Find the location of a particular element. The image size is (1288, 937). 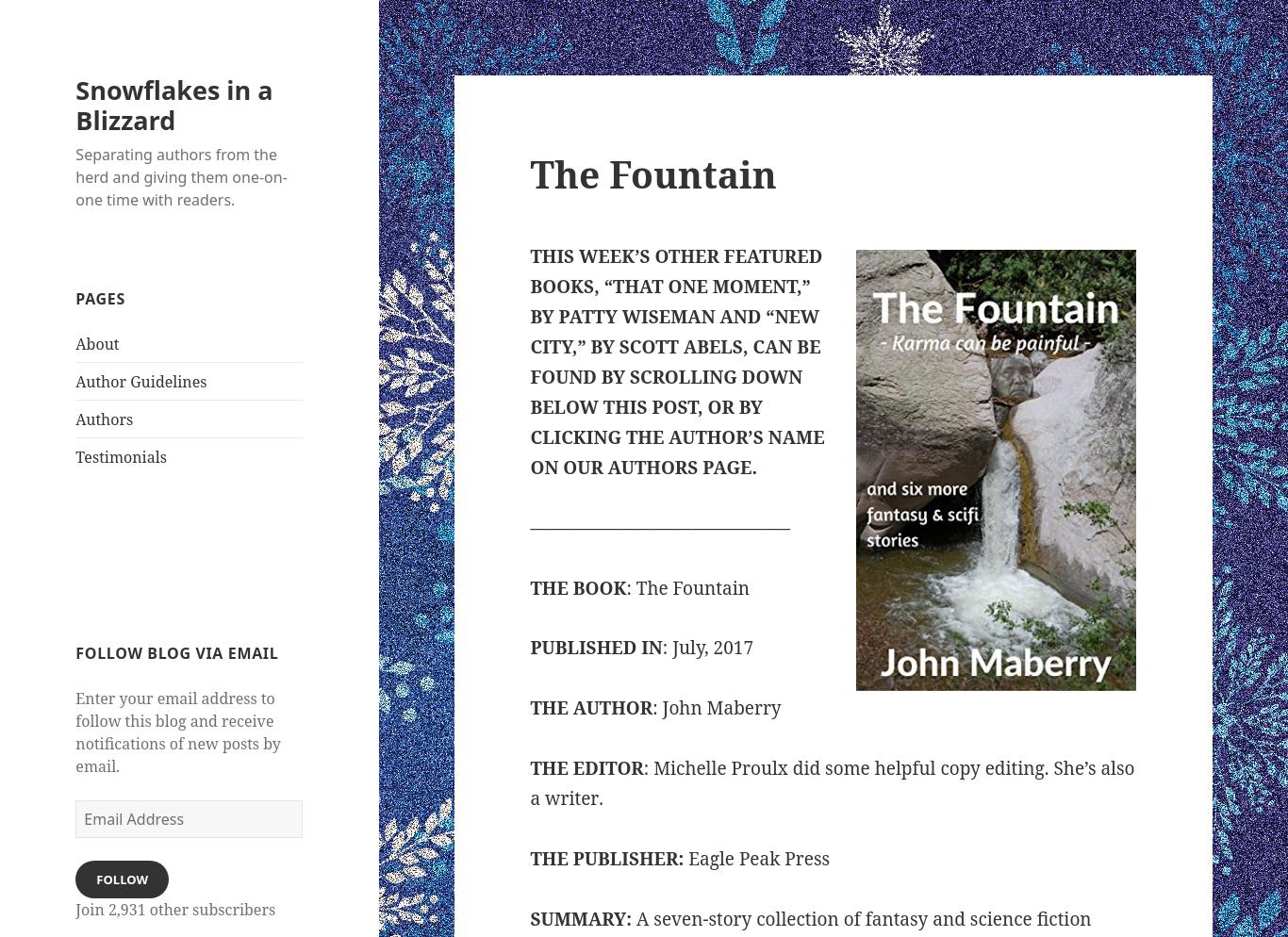

'Follow Blog via Email' is located at coordinates (175, 652).